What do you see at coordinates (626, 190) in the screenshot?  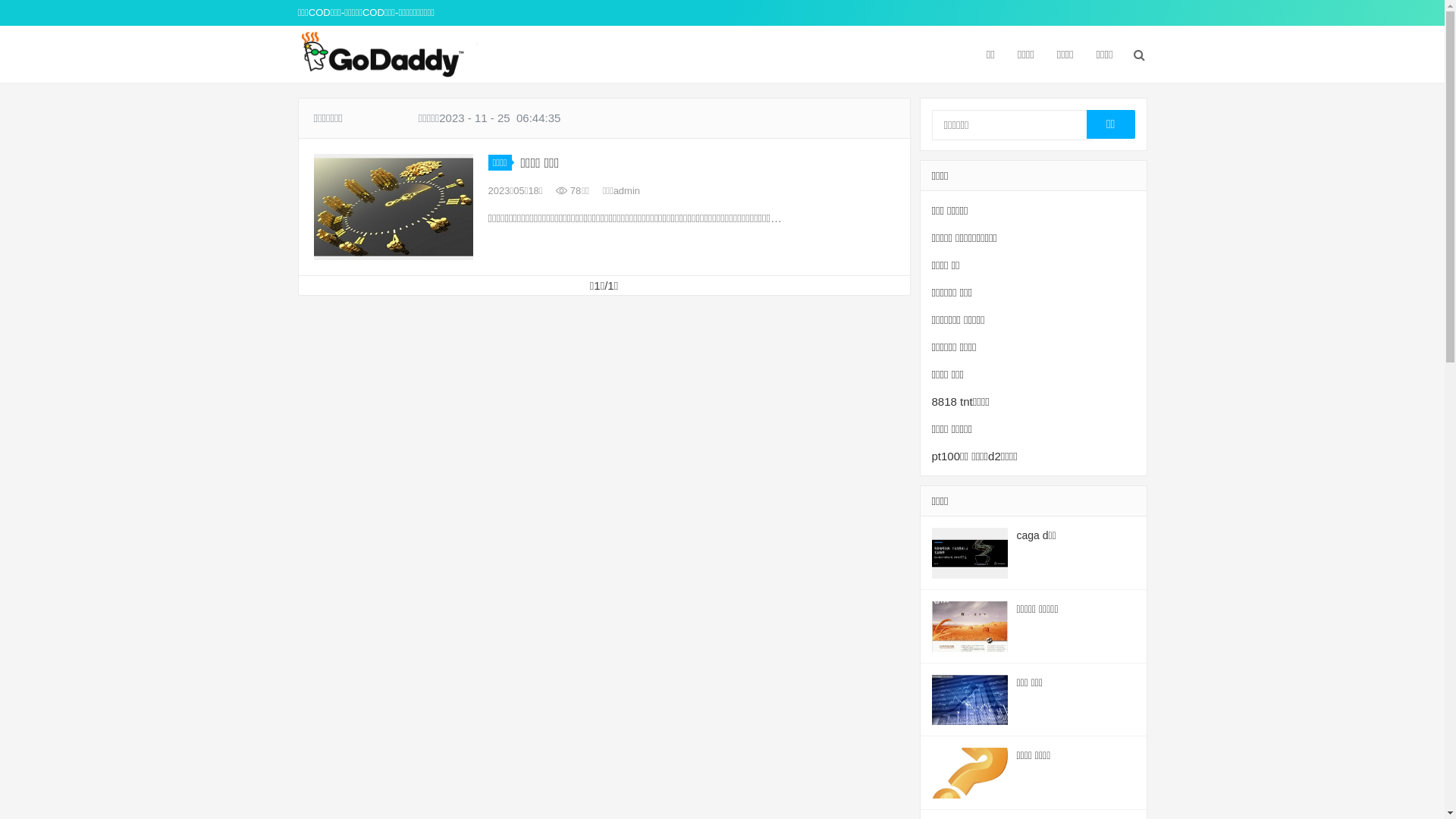 I see `'admin'` at bounding box center [626, 190].